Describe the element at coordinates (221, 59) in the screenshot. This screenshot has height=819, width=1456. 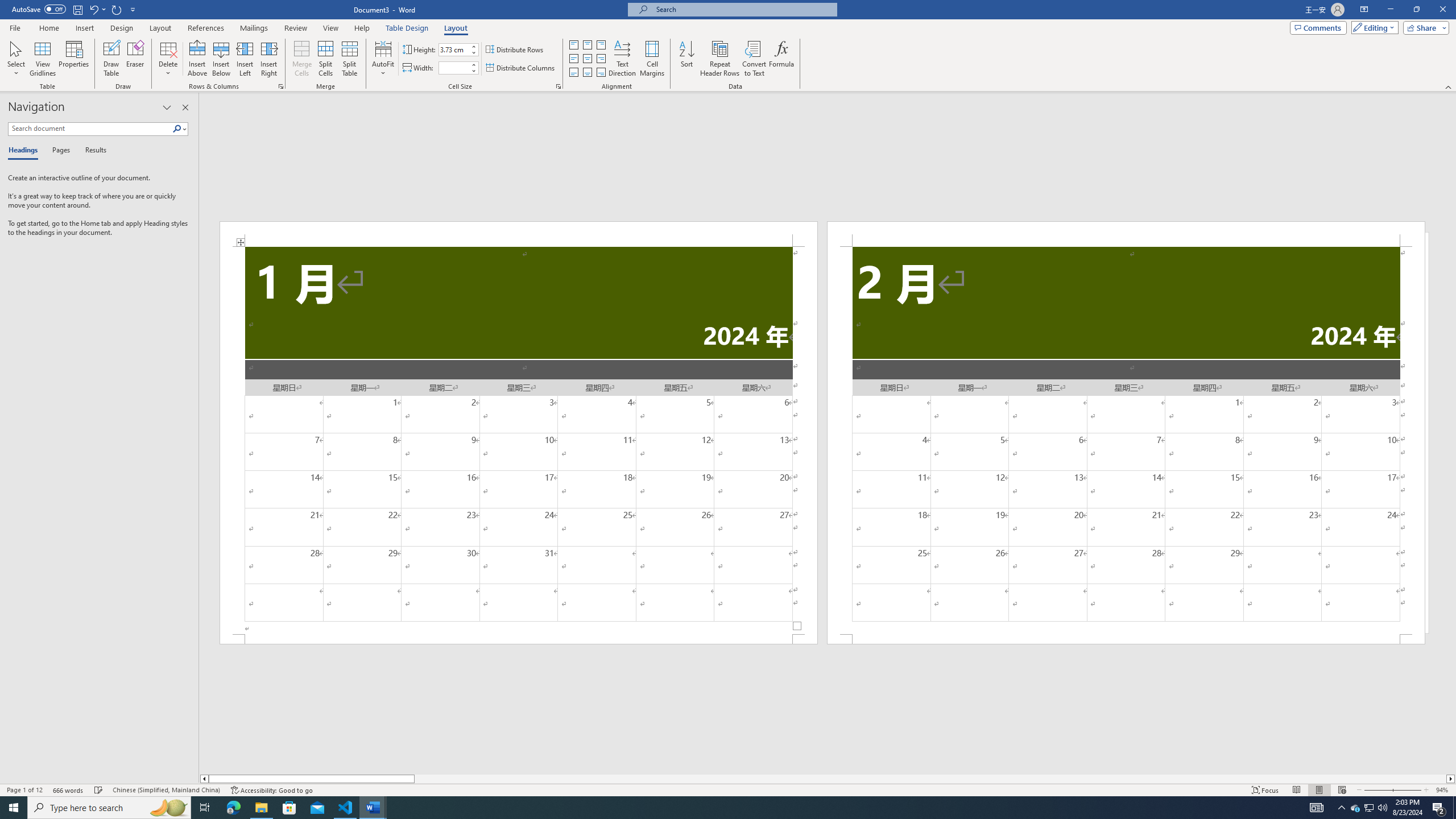
I see `'Insert Below'` at that location.